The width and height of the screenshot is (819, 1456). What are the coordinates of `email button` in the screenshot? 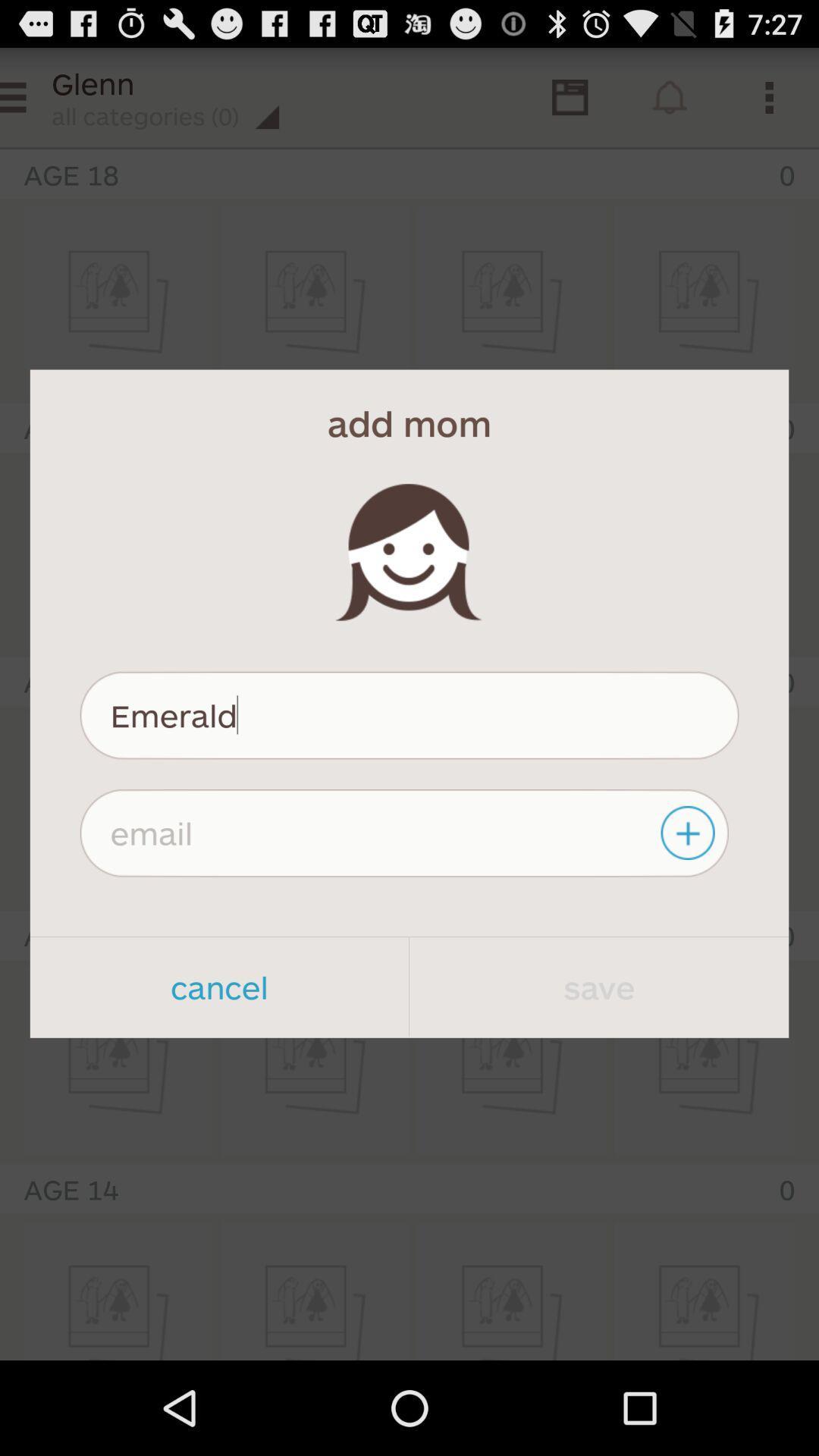 It's located at (689, 832).